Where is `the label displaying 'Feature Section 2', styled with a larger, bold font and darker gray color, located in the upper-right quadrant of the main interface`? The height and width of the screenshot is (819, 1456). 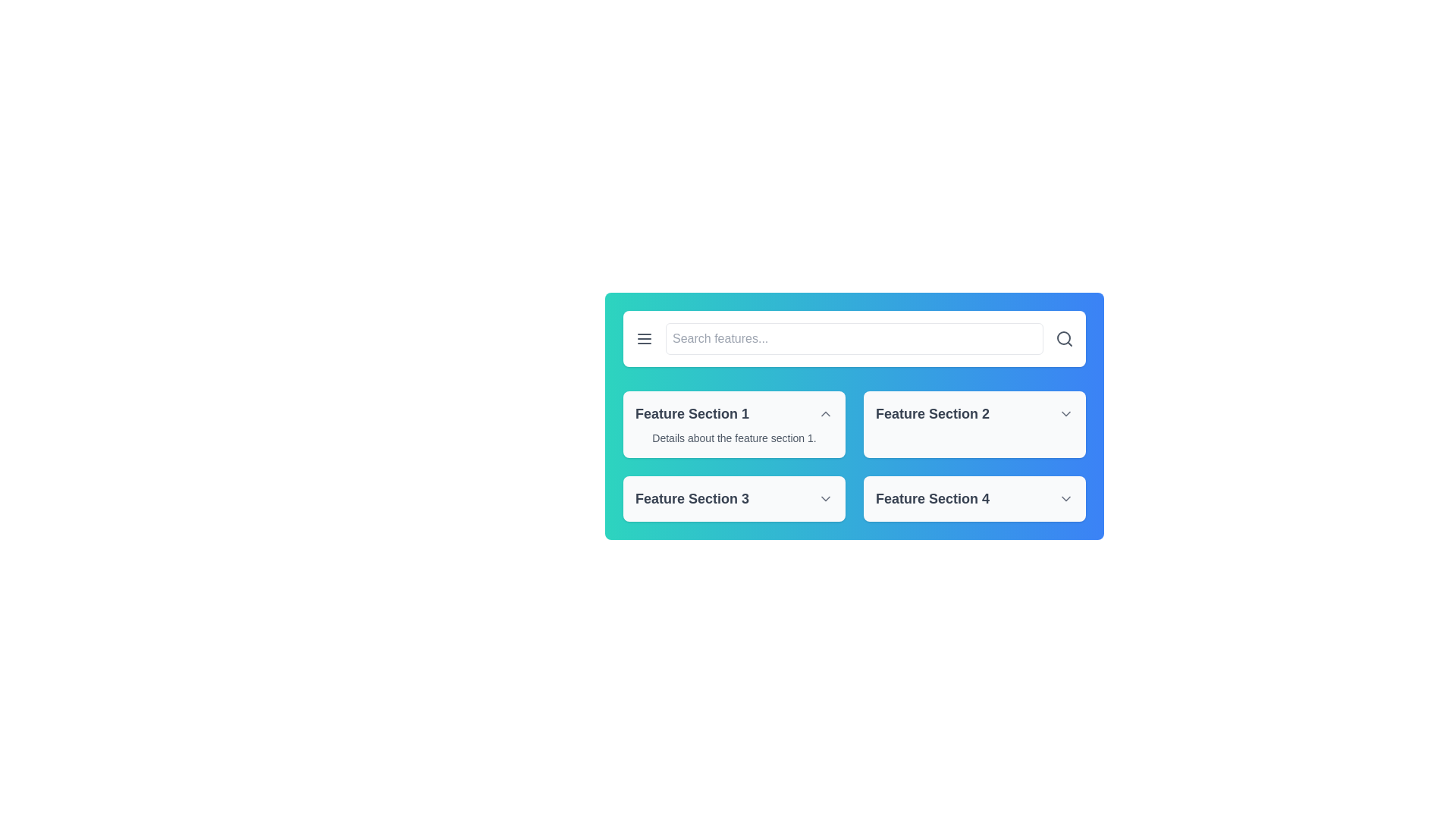 the label displaying 'Feature Section 2', styled with a larger, bold font and darker gray color, located in the upper-right quadrant of the main interface is located at coordinates (931, 414).